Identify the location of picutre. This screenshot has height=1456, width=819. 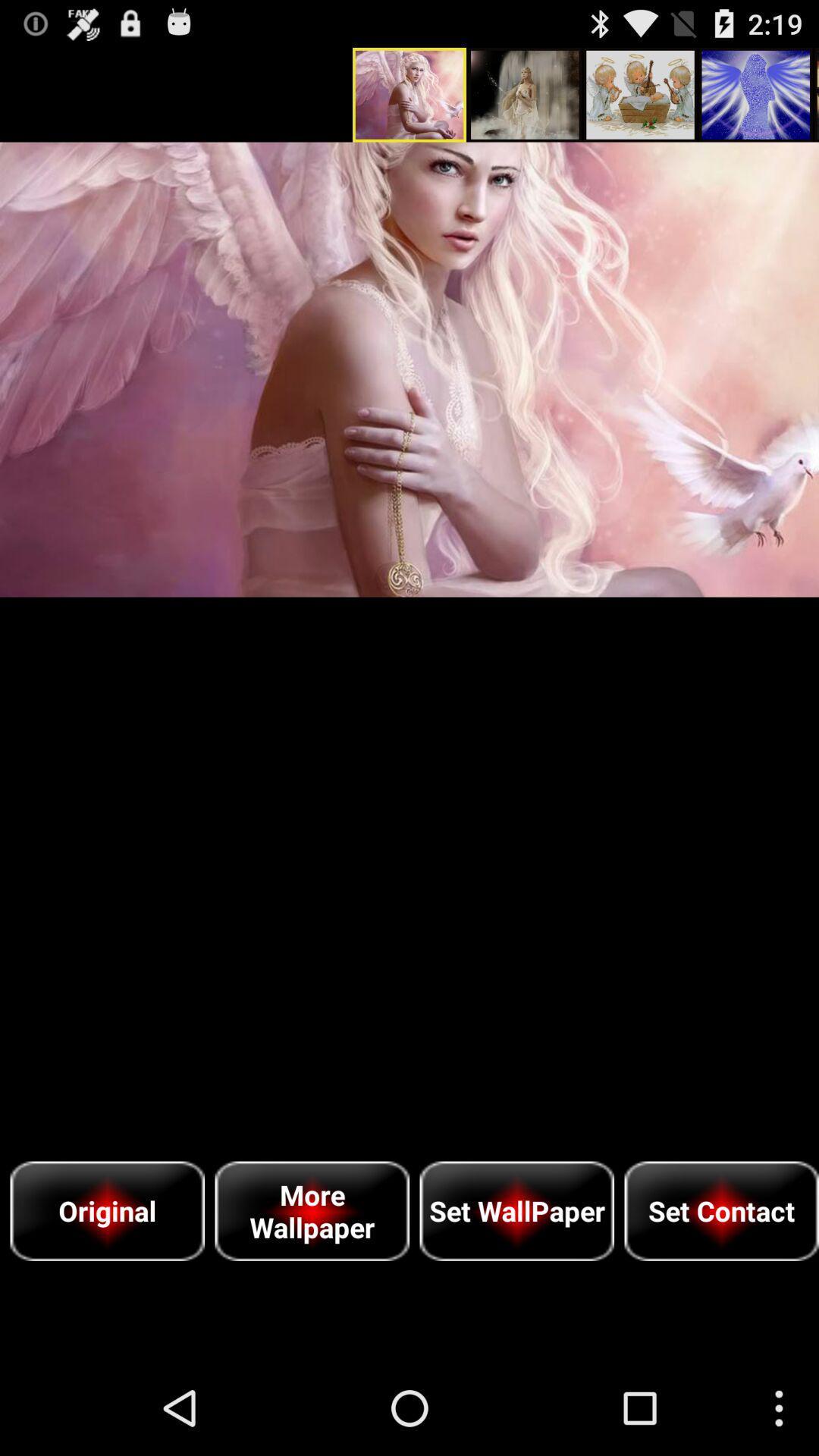
(409, 369).